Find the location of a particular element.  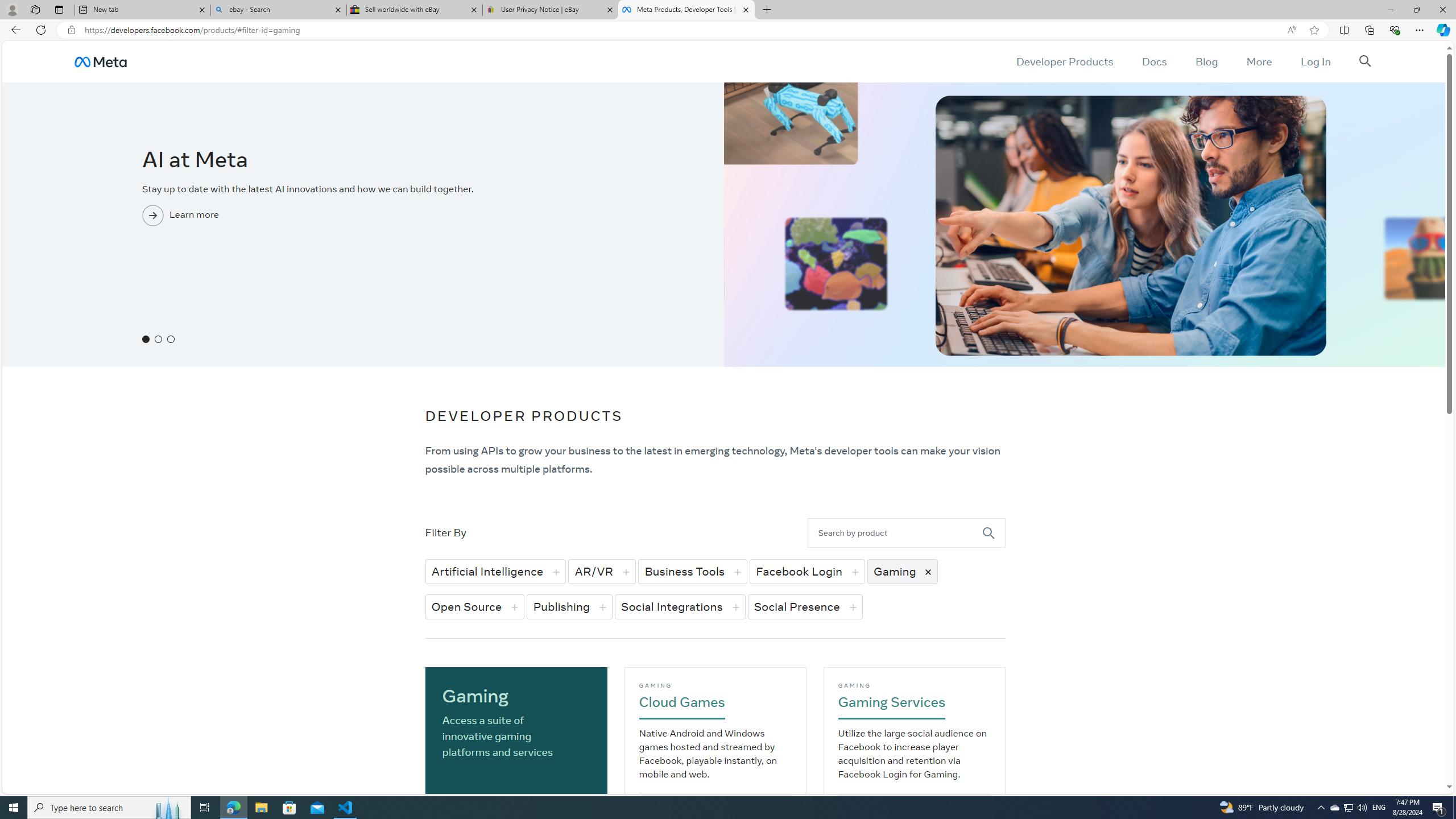

'More' is located at coordinates (1259, 61).